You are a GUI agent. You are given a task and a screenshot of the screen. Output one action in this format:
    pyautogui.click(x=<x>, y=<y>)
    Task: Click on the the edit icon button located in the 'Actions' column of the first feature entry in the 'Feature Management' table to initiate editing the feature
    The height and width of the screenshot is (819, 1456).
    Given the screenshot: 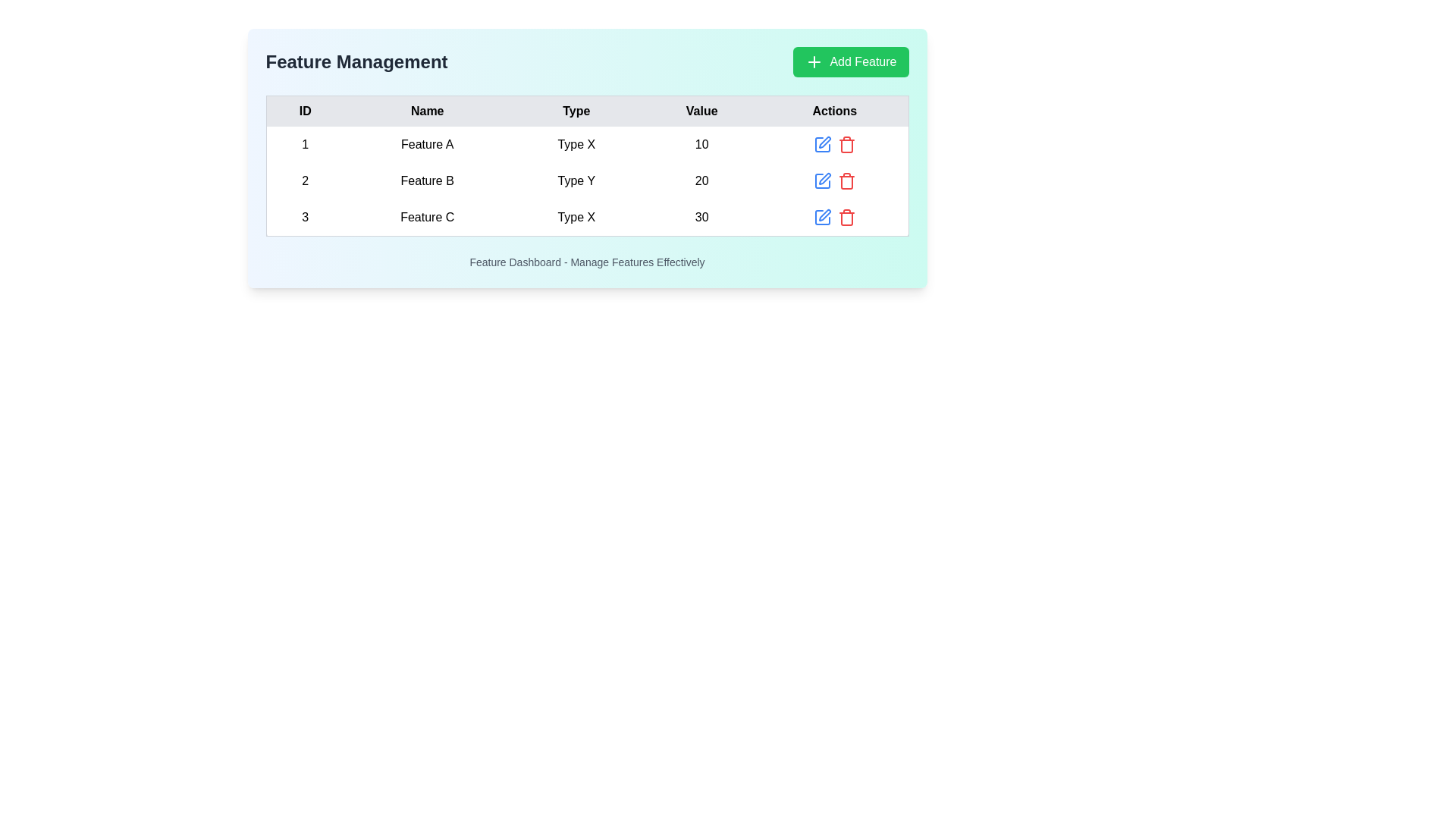 What is the action you would take?
    pyautogui.click(x=824, y=143)
    